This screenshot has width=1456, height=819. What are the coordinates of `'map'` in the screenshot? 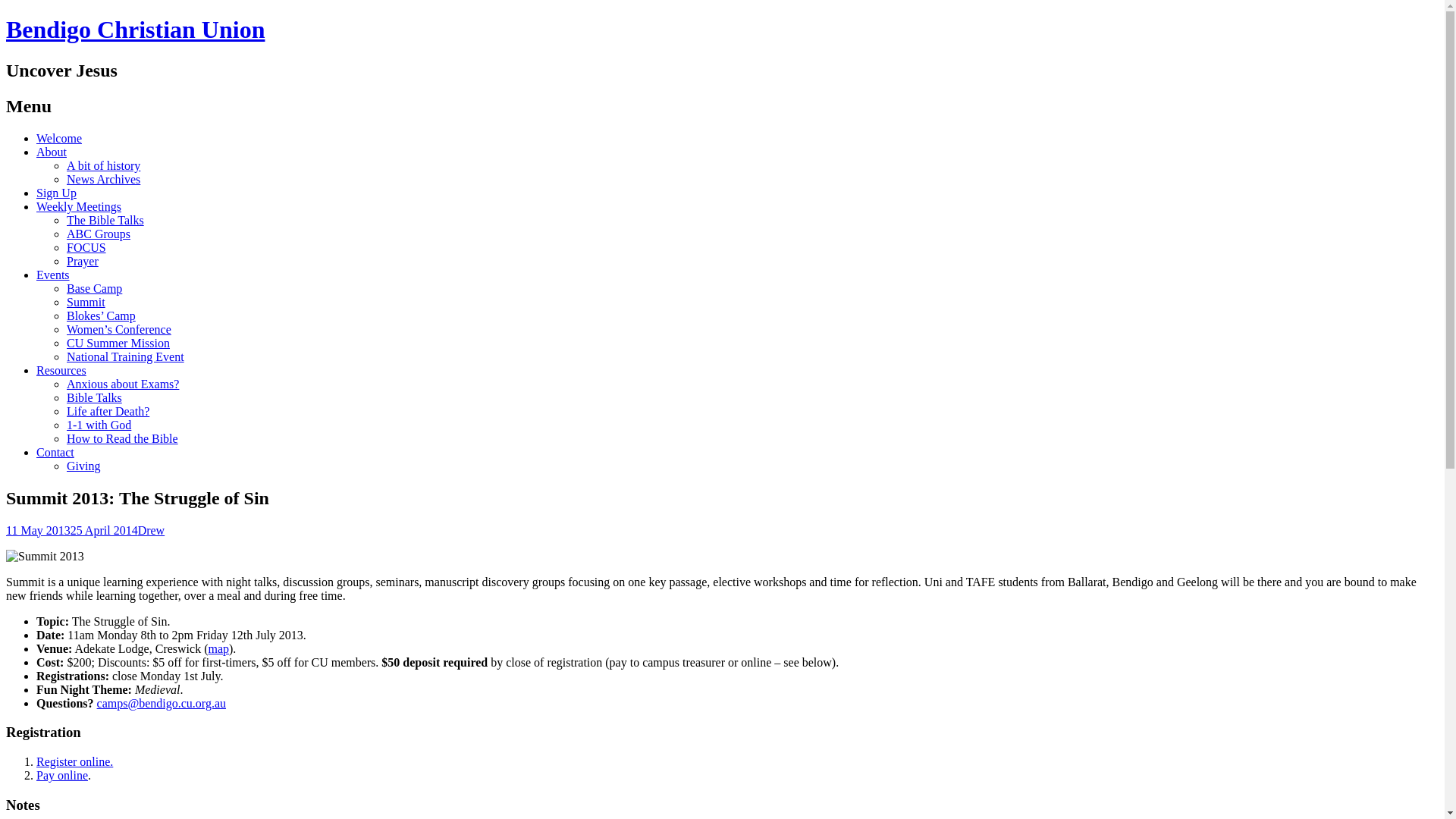 It's located at (218, 648).